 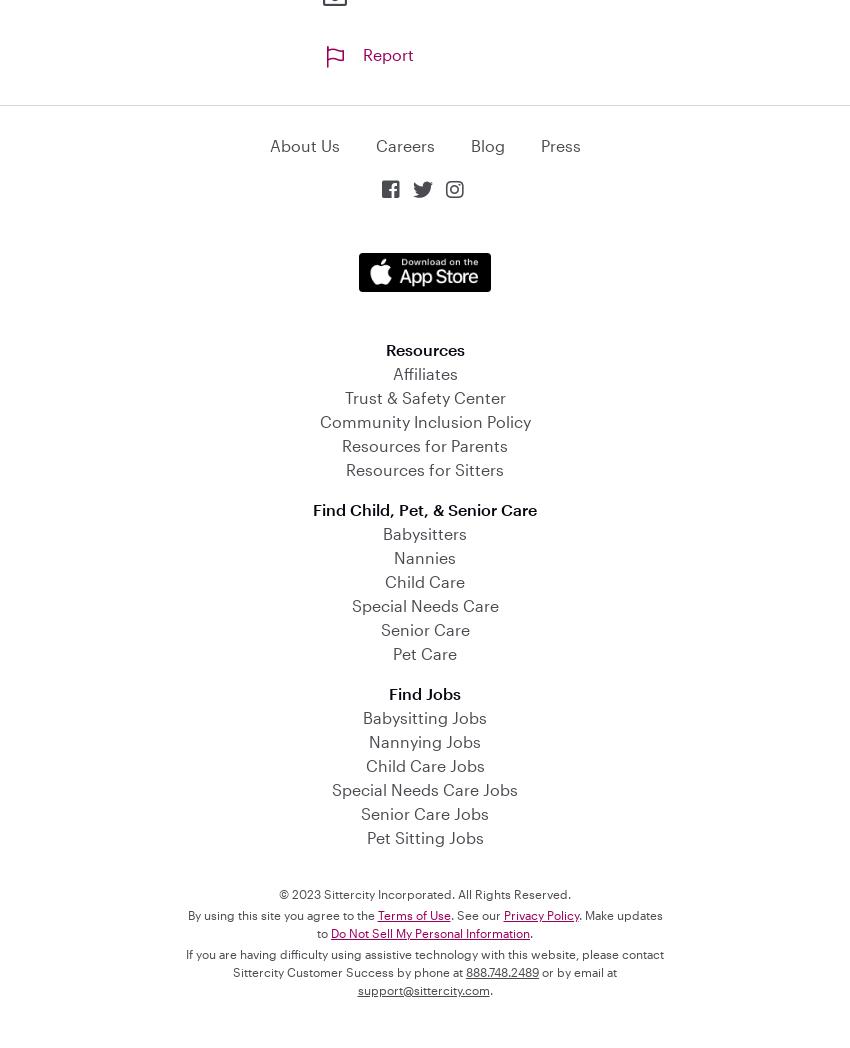 What do you see at coordinates (425, 811) in the screenshot?
I see `'Senior Care Jobs'` at bounding box center [425, 811].